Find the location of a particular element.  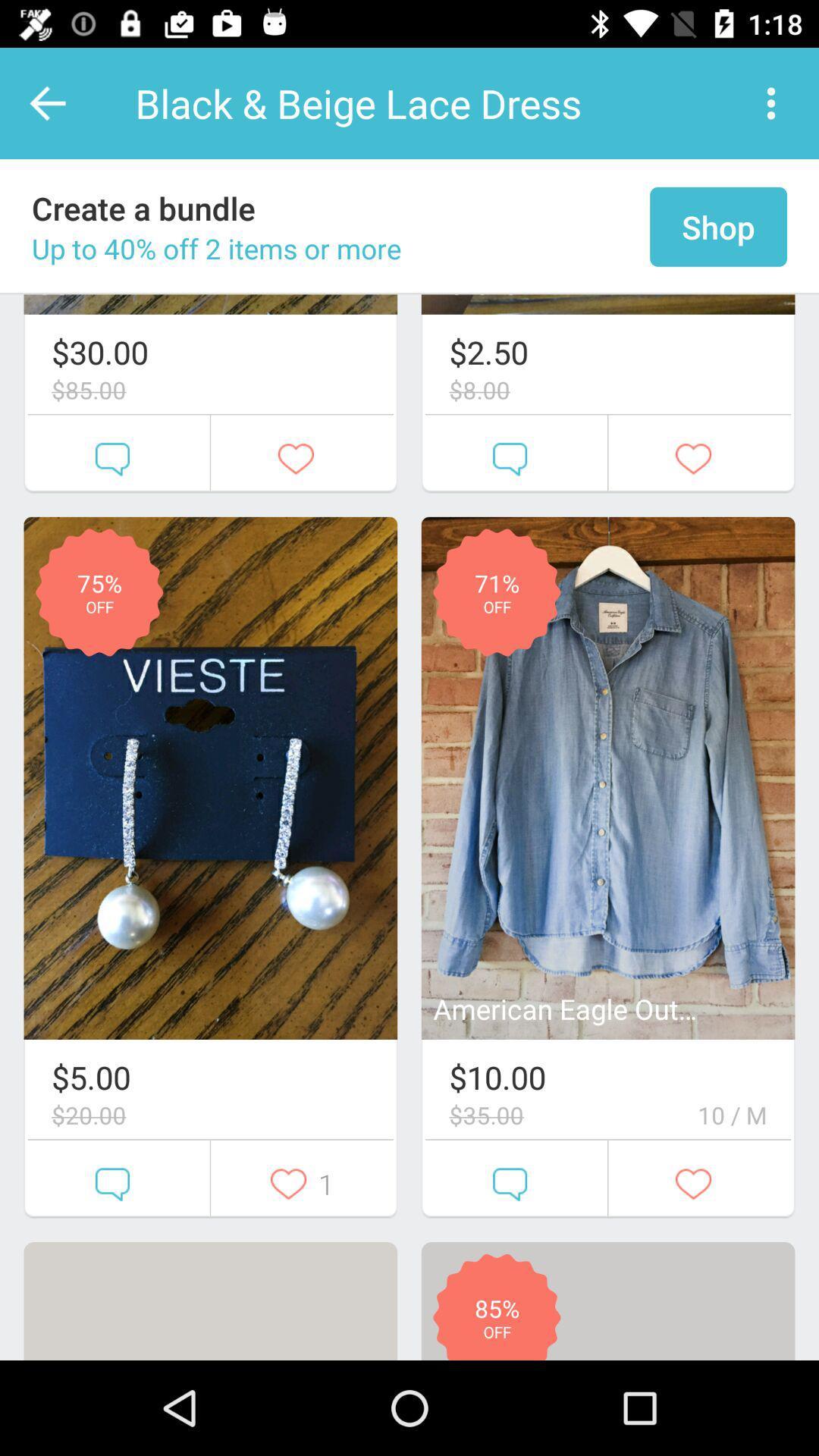

the second button below the first image is located at coordinates (302, 1178).